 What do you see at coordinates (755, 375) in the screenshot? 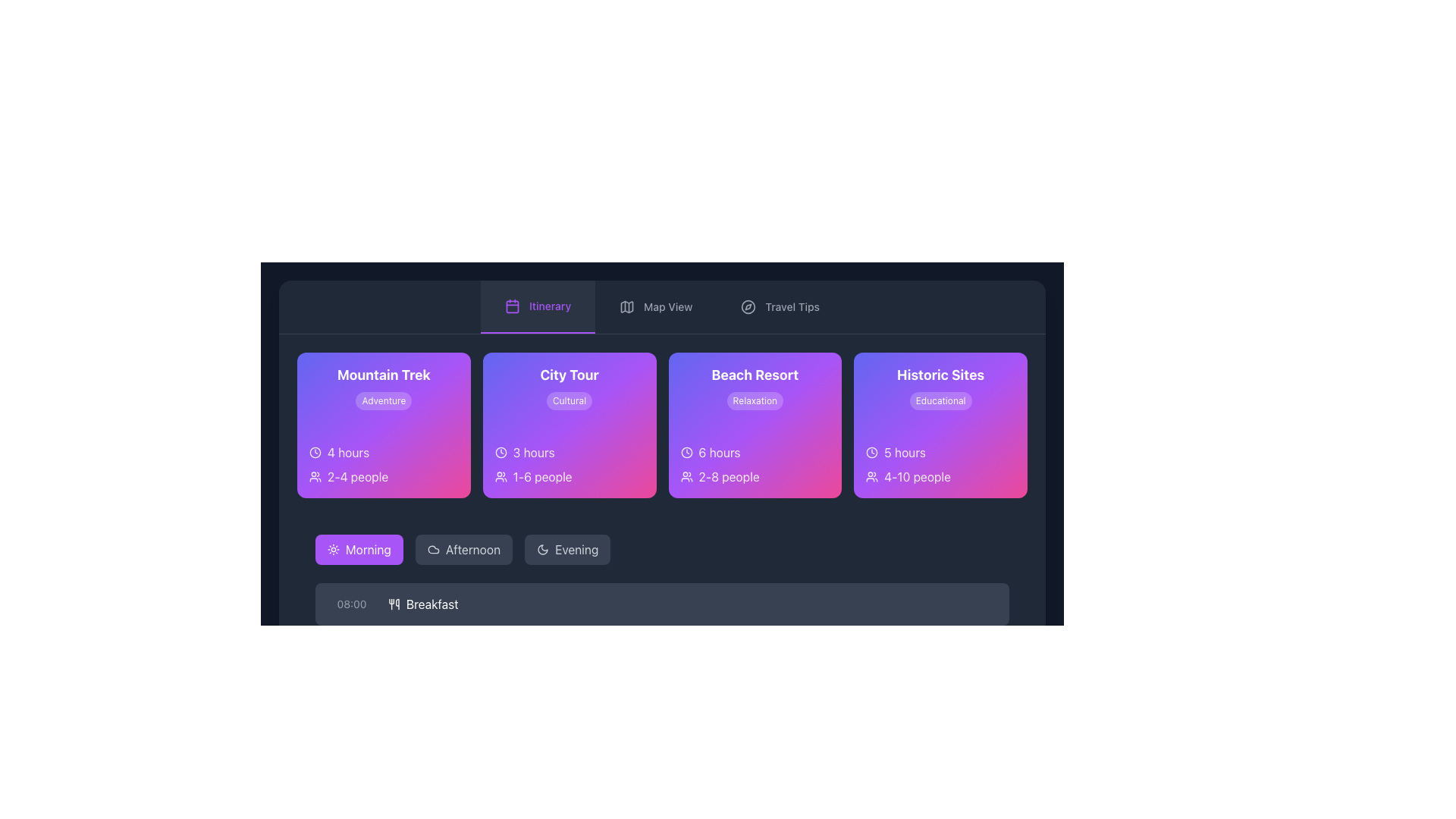
I see `the Text Label that serves as the title for the 'Beach Resort' option, located at the center of the third card from the left, positioned between the 'City Tour' and 'Historic Sites' cards` at bounding box center [755, 375].